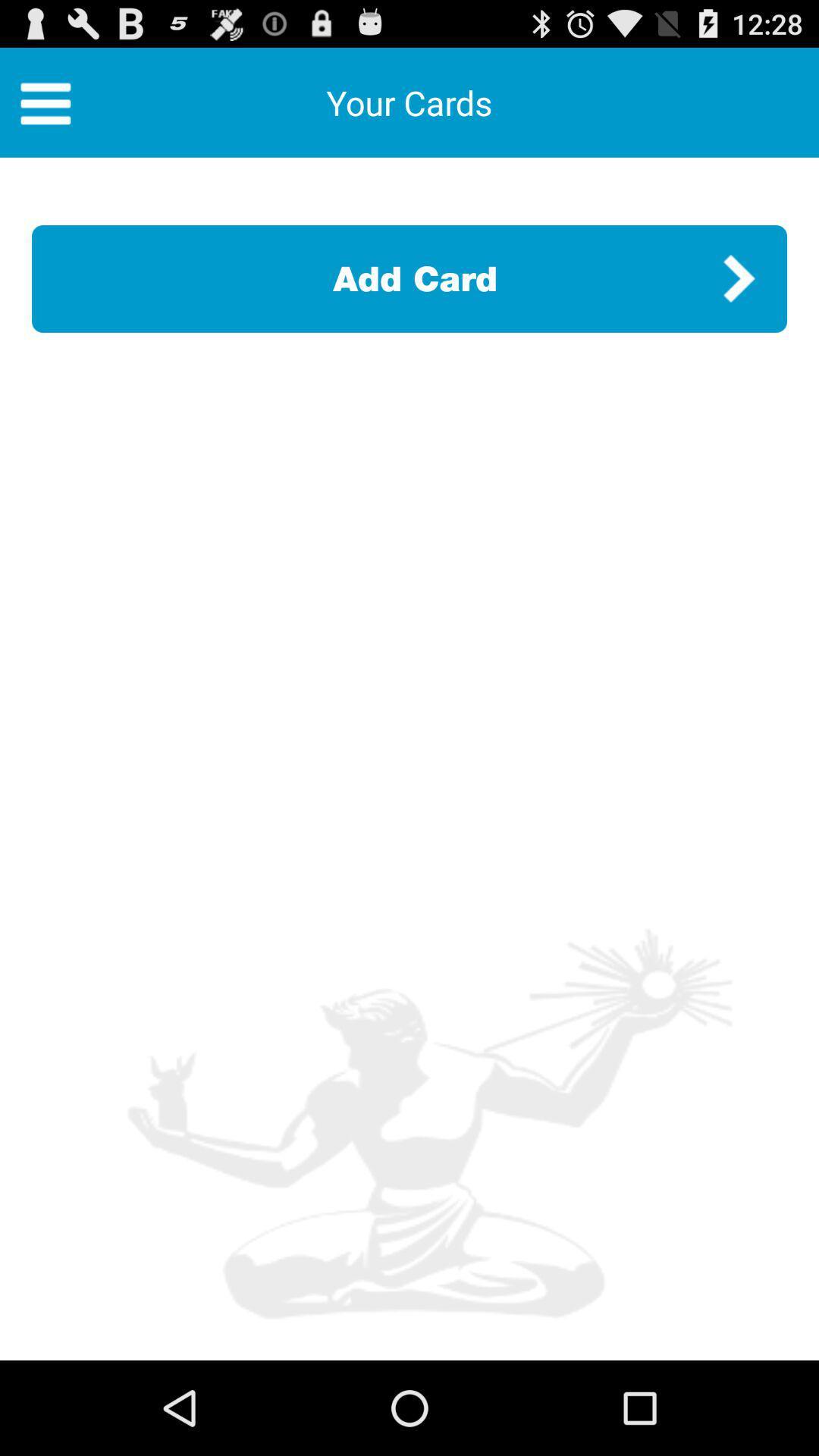 The height and width of the screenshot is (1456, 819). What do you see at coordinates (45, 108) in the screenshot?
I see `the menu icon` at bounding box center [45, 108].